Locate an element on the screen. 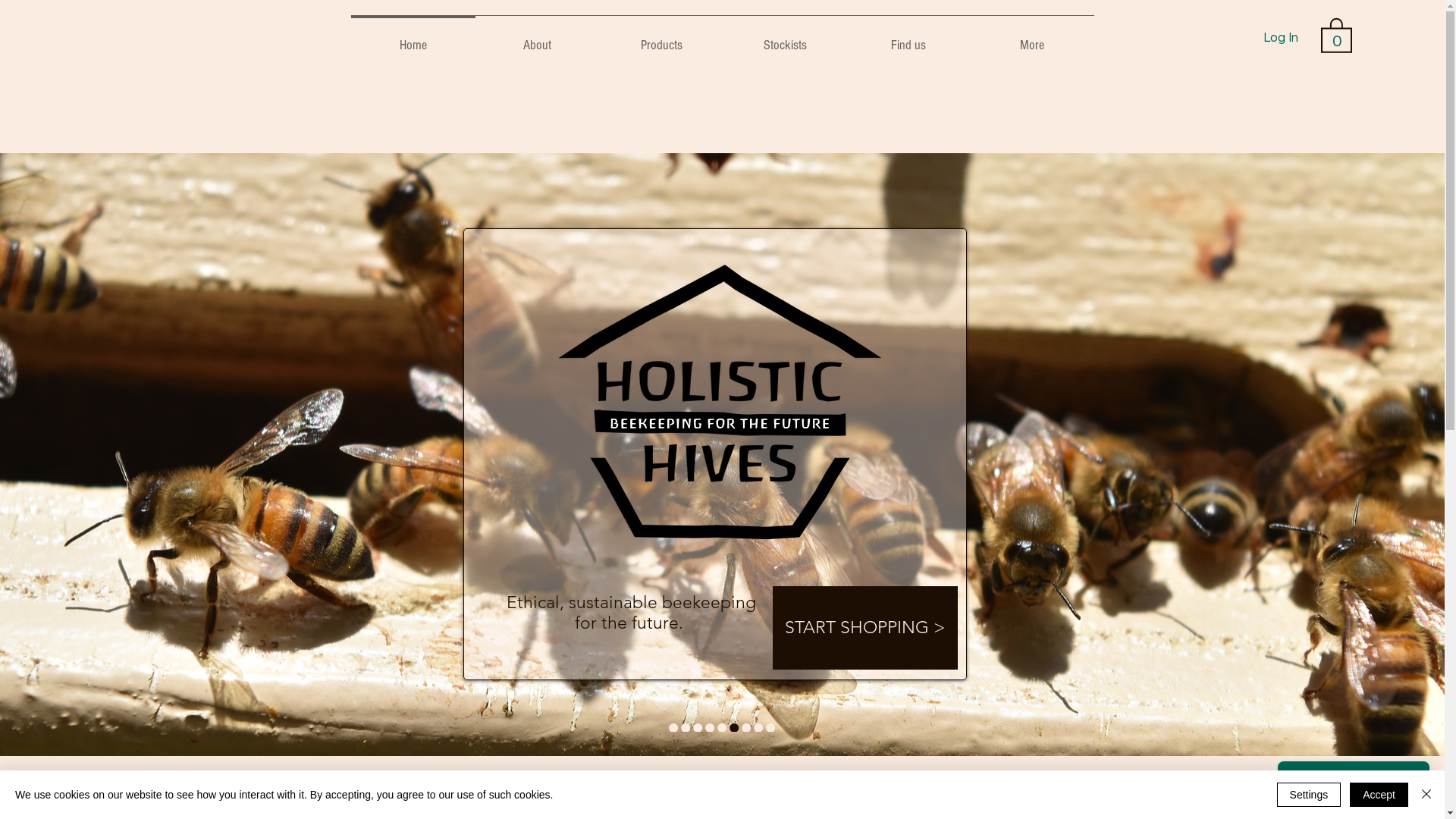 The height and width of the screenshot is (819, 1456). '0' is located at coordinates (1336, 34).